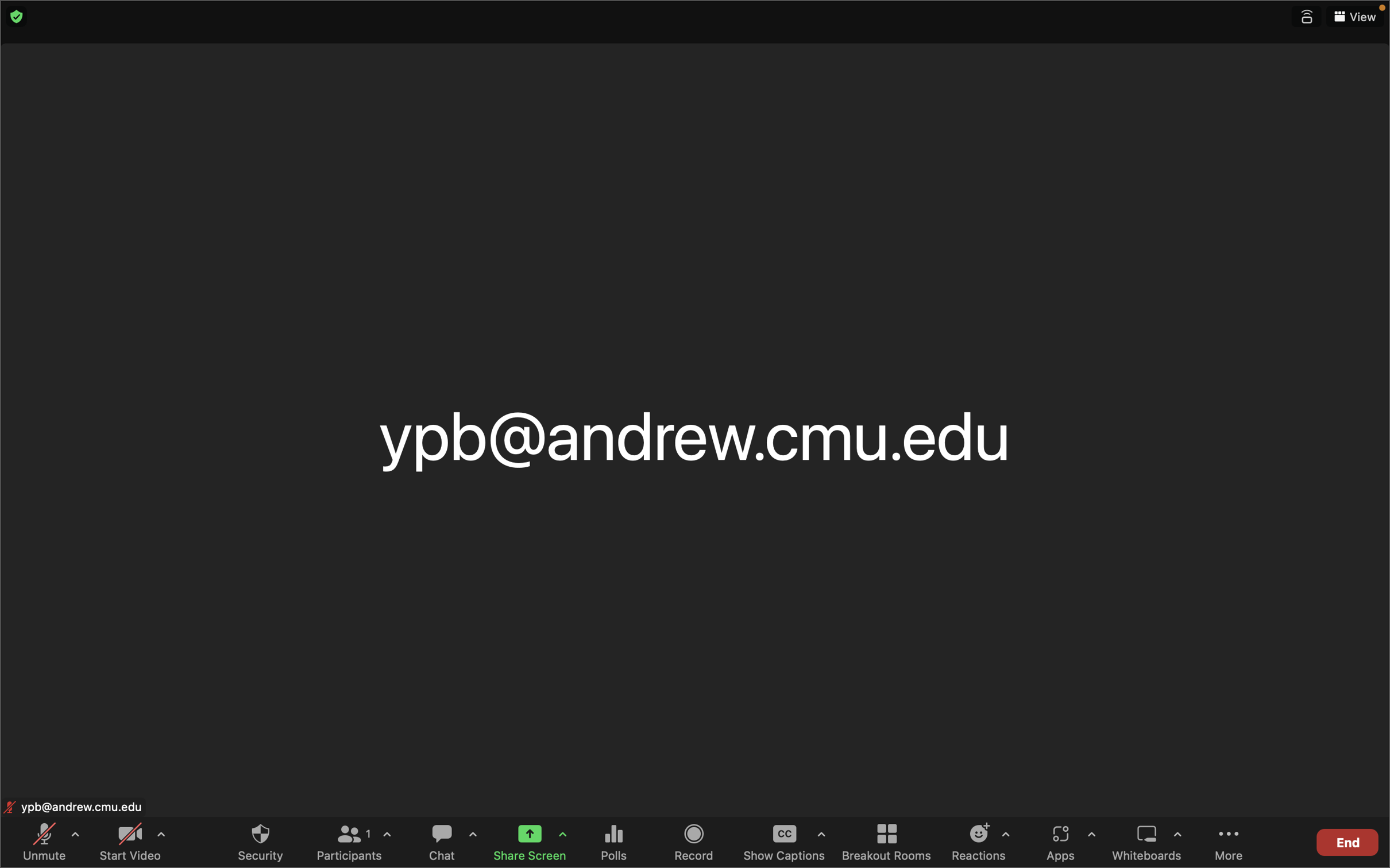  What do you see at coordinates (1346, 840) in the screenshot?
I see `Begin the procedure to end the current meeting` at bounding box center [1346, 840].